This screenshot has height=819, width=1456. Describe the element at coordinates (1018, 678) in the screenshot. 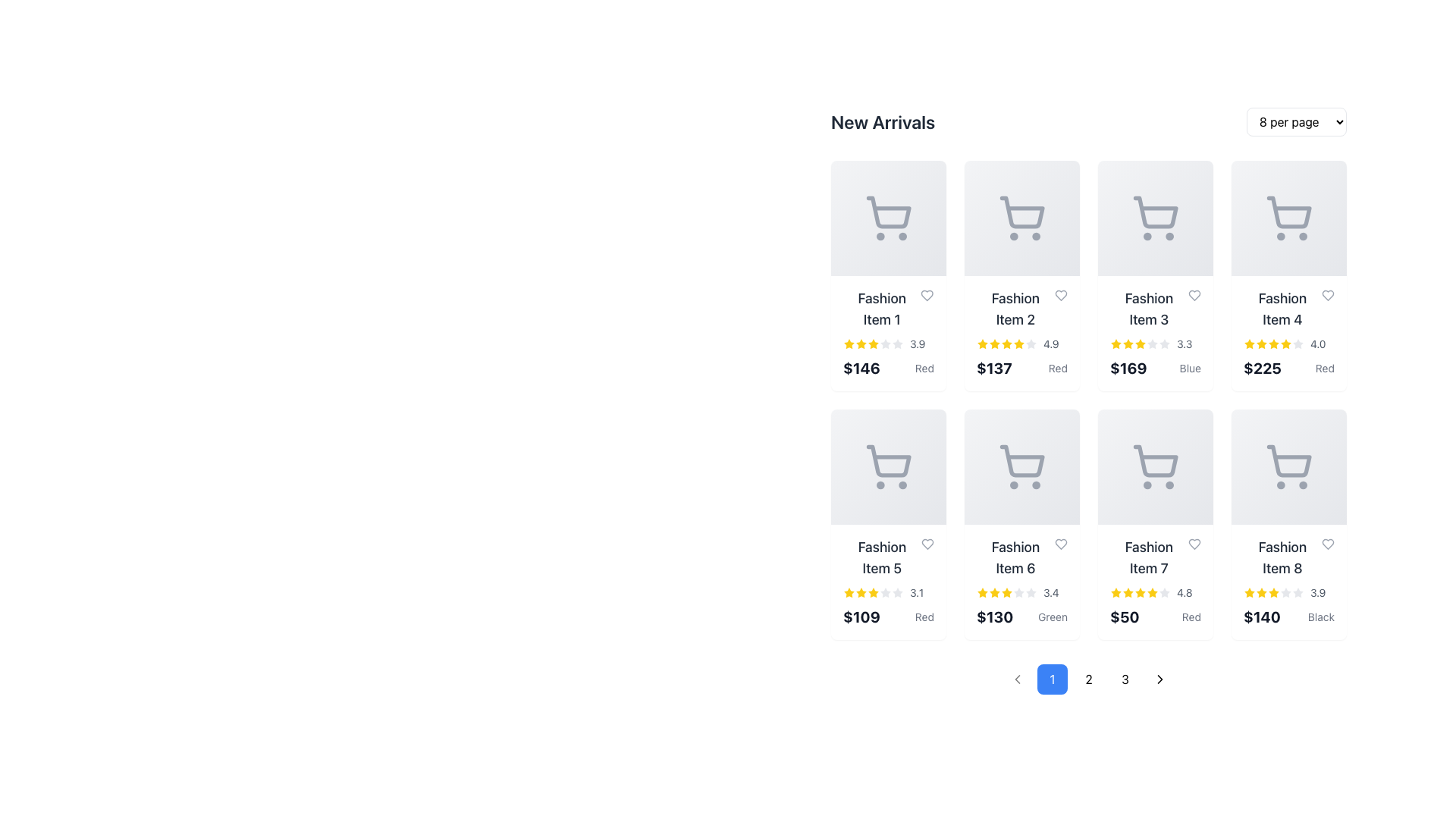

I see `the circular left arrow button with a gray background and a Chevron pointing left to attempt navigation` at that location.